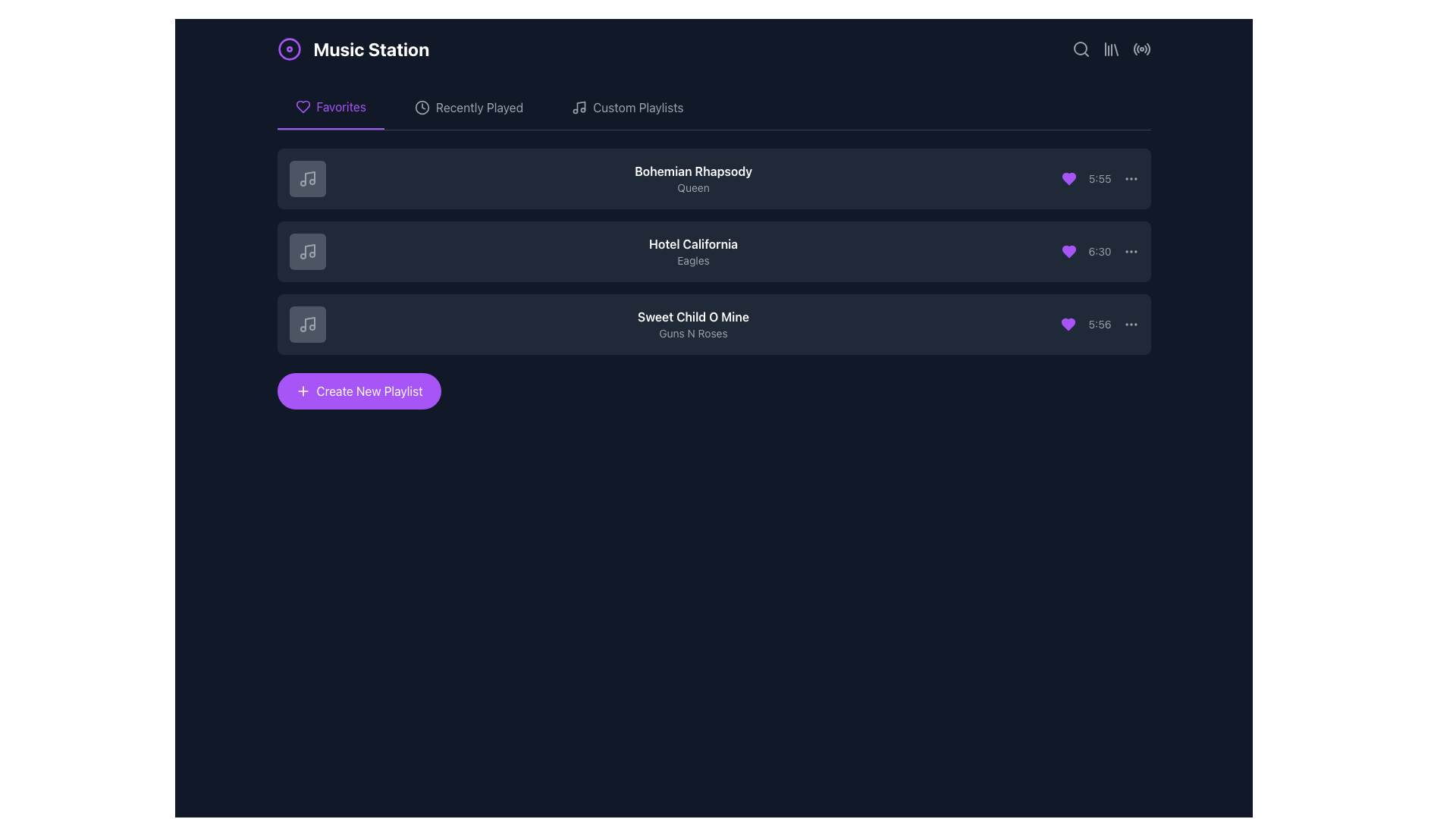 The image size is (1456, 819). I want to click on the circular search icon represented by a gray magnifying glass located in the top-right corner of the interface to initiate a search, so click(1079, 48).